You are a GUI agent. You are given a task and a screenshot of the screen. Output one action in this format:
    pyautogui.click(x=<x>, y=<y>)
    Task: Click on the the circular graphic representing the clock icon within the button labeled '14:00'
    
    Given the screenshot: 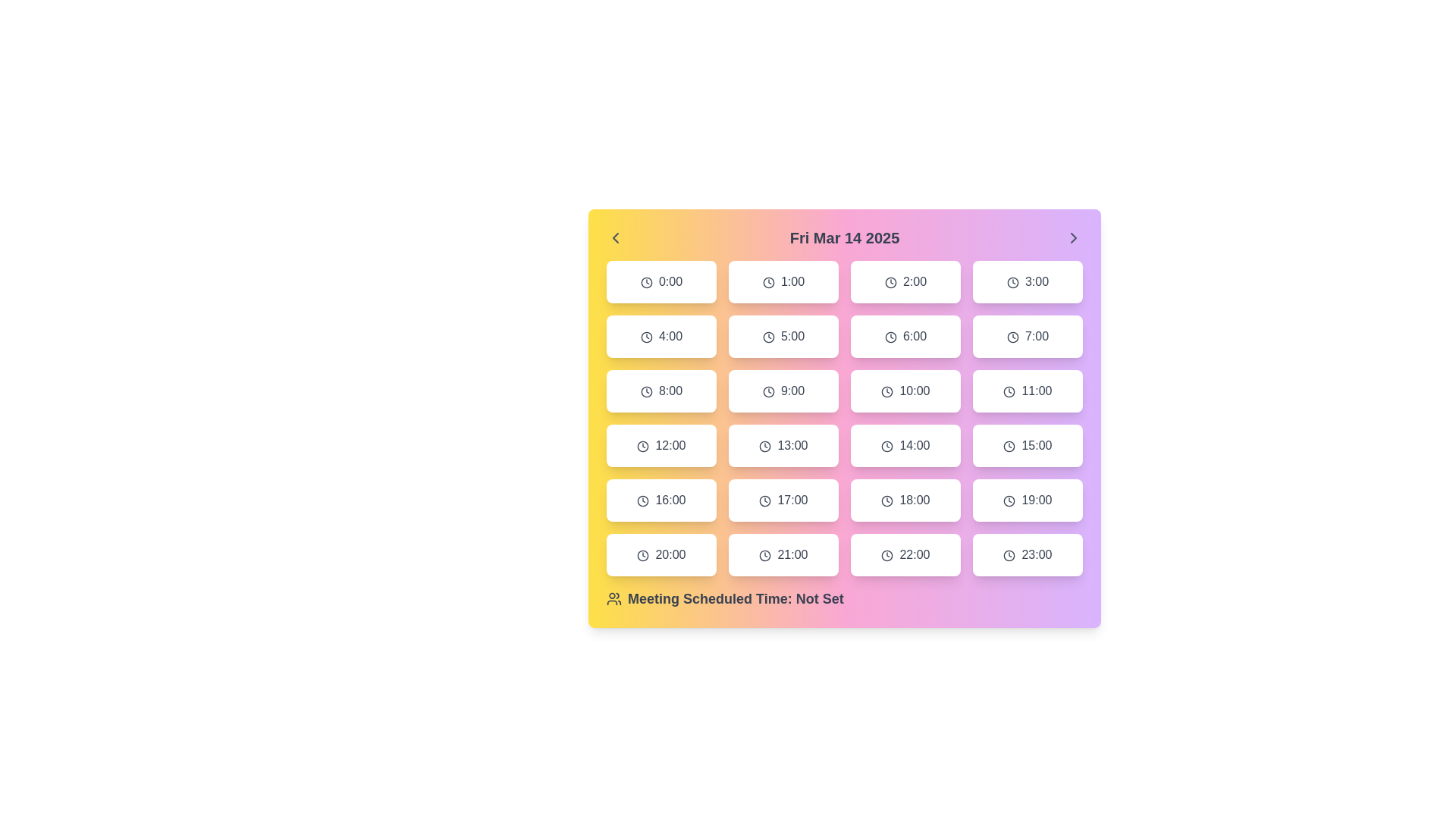 What is the action you would take?
    pyautogui.click(x=887, y=445)
    